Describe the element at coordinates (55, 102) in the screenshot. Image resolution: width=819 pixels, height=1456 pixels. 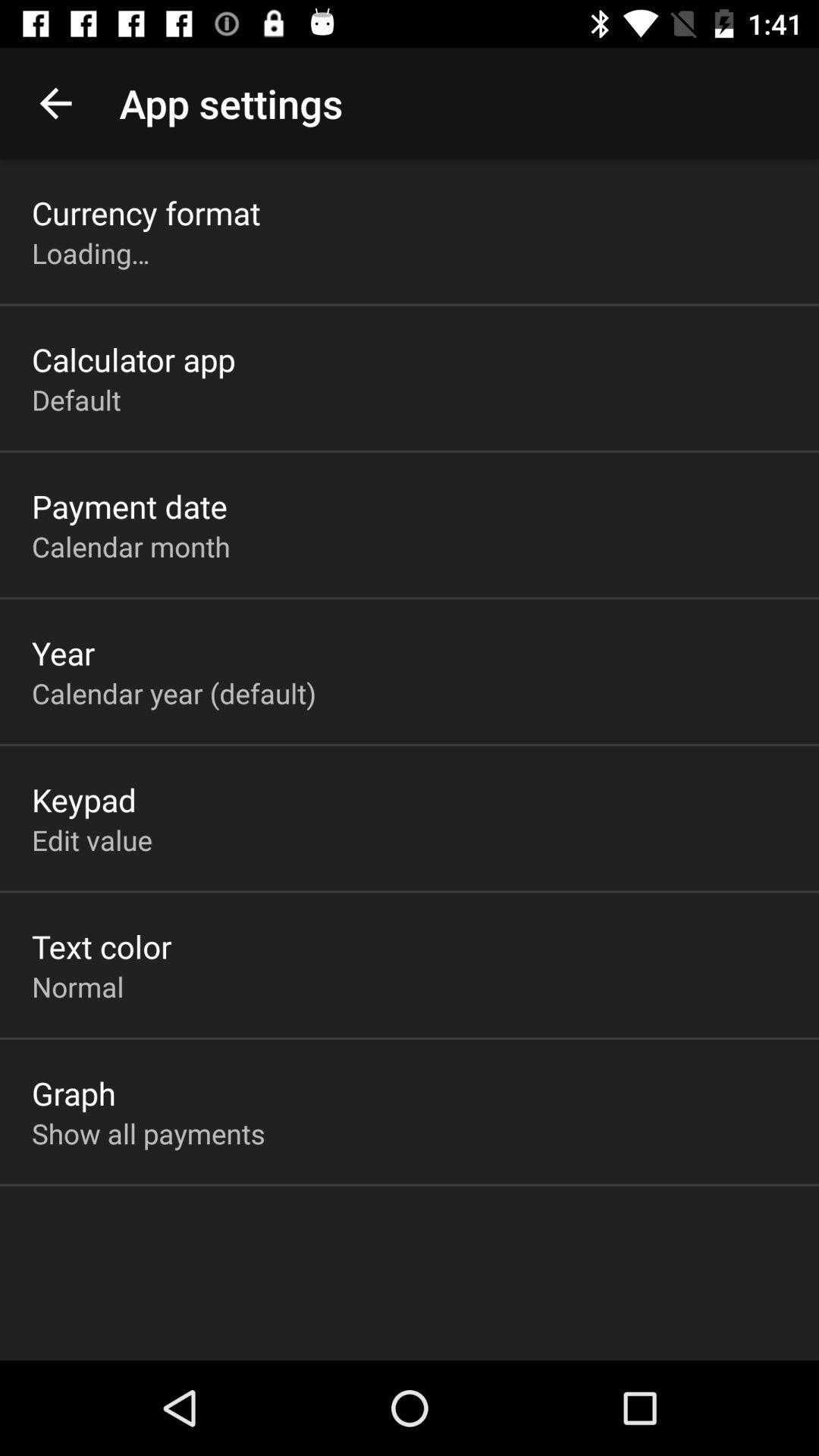
I see `the app next to app settings` at that location.